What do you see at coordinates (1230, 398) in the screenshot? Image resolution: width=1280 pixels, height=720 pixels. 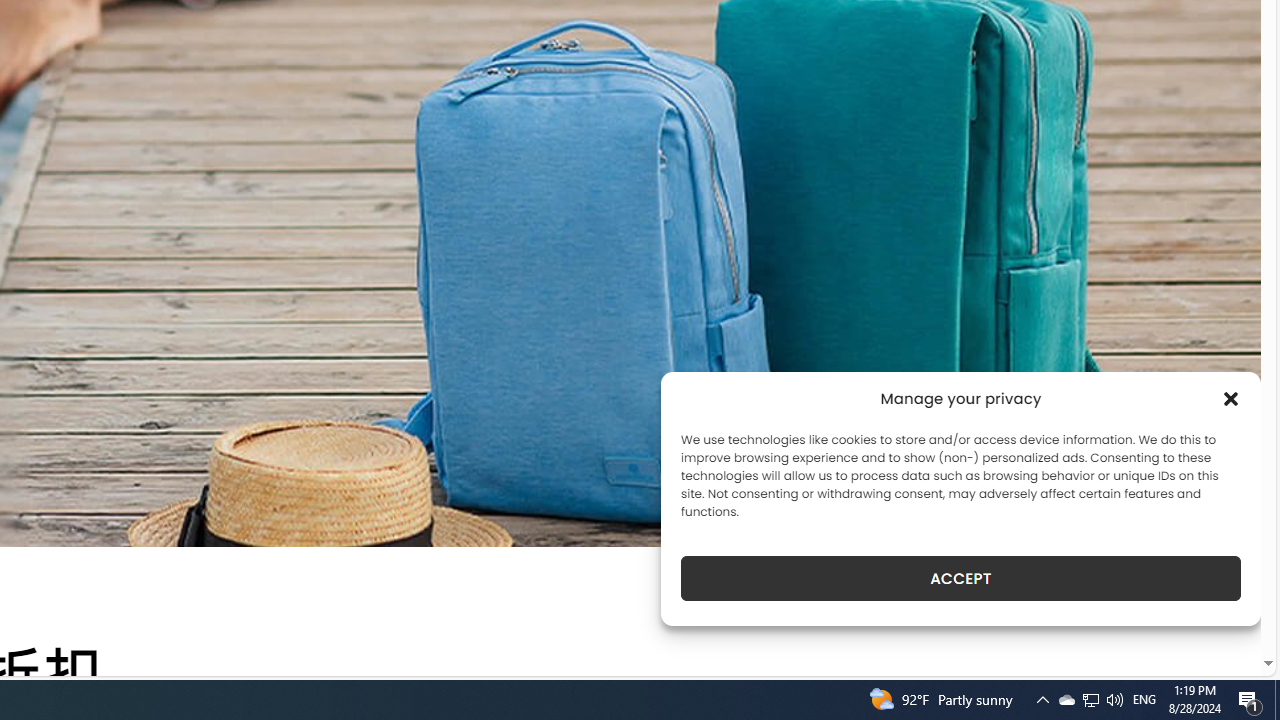 I see `'Class: cmplz-close'` at bounding box center [1230, 398].